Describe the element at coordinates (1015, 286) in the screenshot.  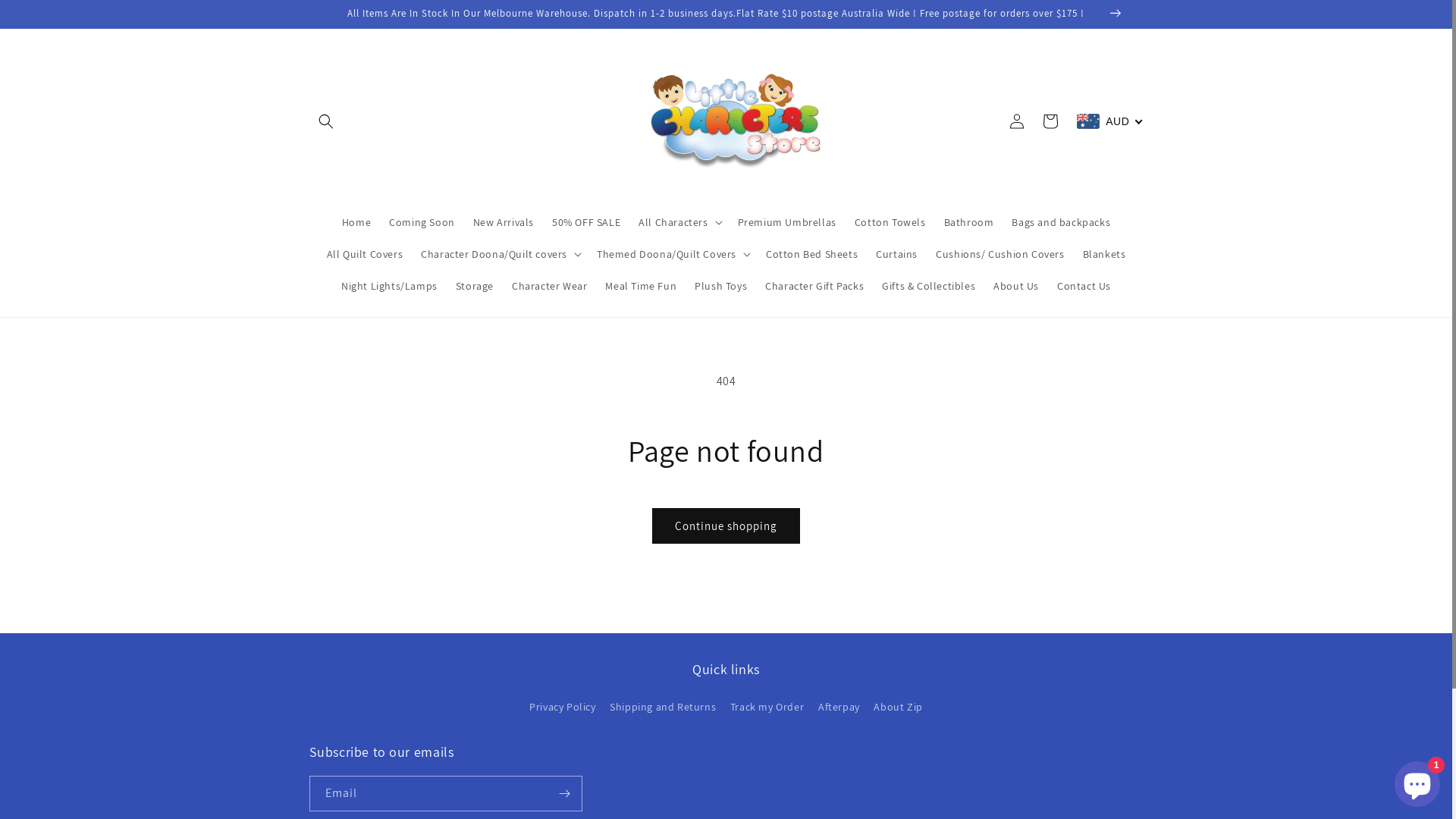
I see `'About Us'` at that location.